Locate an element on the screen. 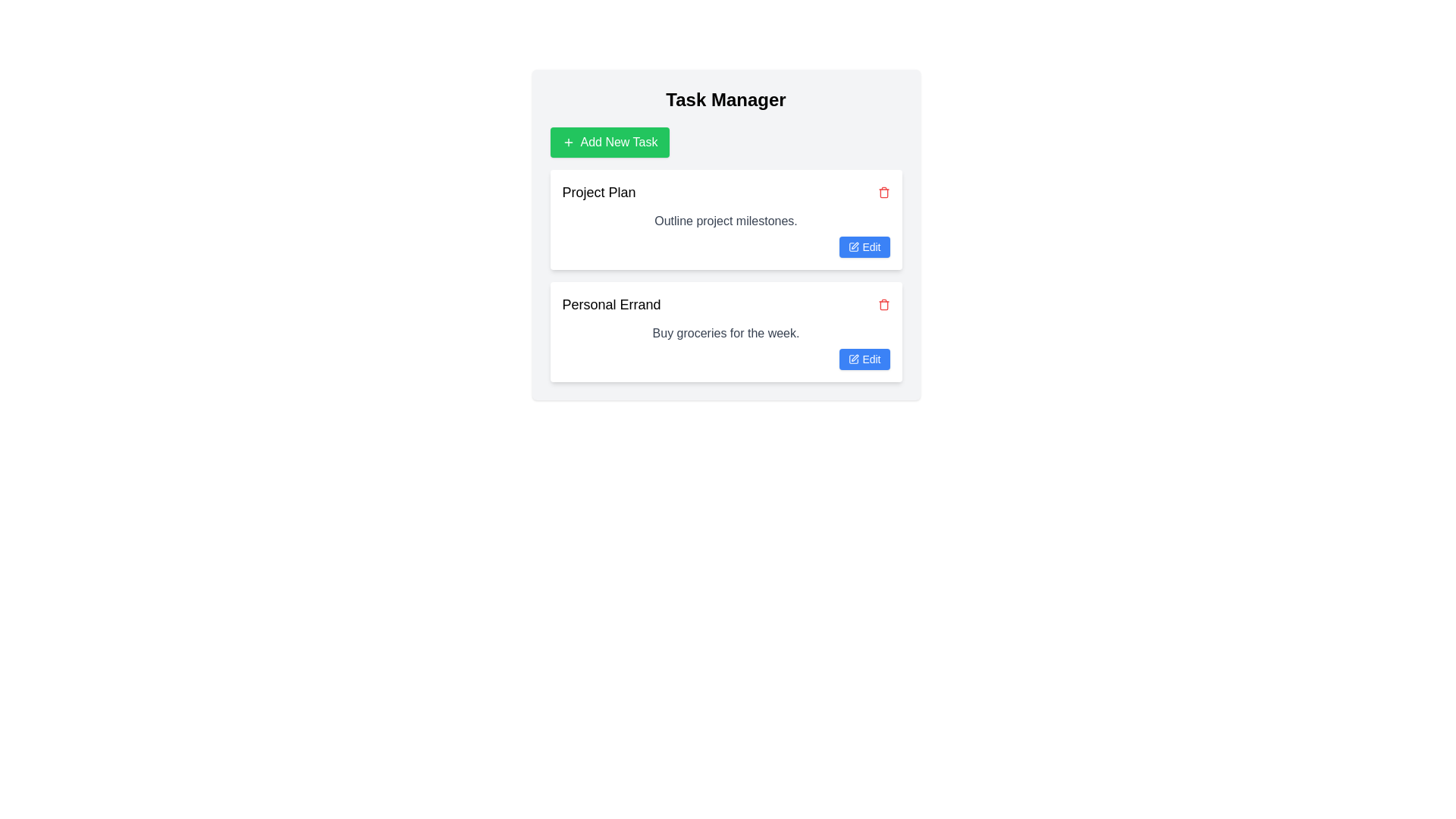 Image resolution: width=1456 pixels, height=819 pixels. the edit button located in the bottom-right corner of the 'Personal Errand' task card to initiate editing the task is located at coordinates (864, 359).